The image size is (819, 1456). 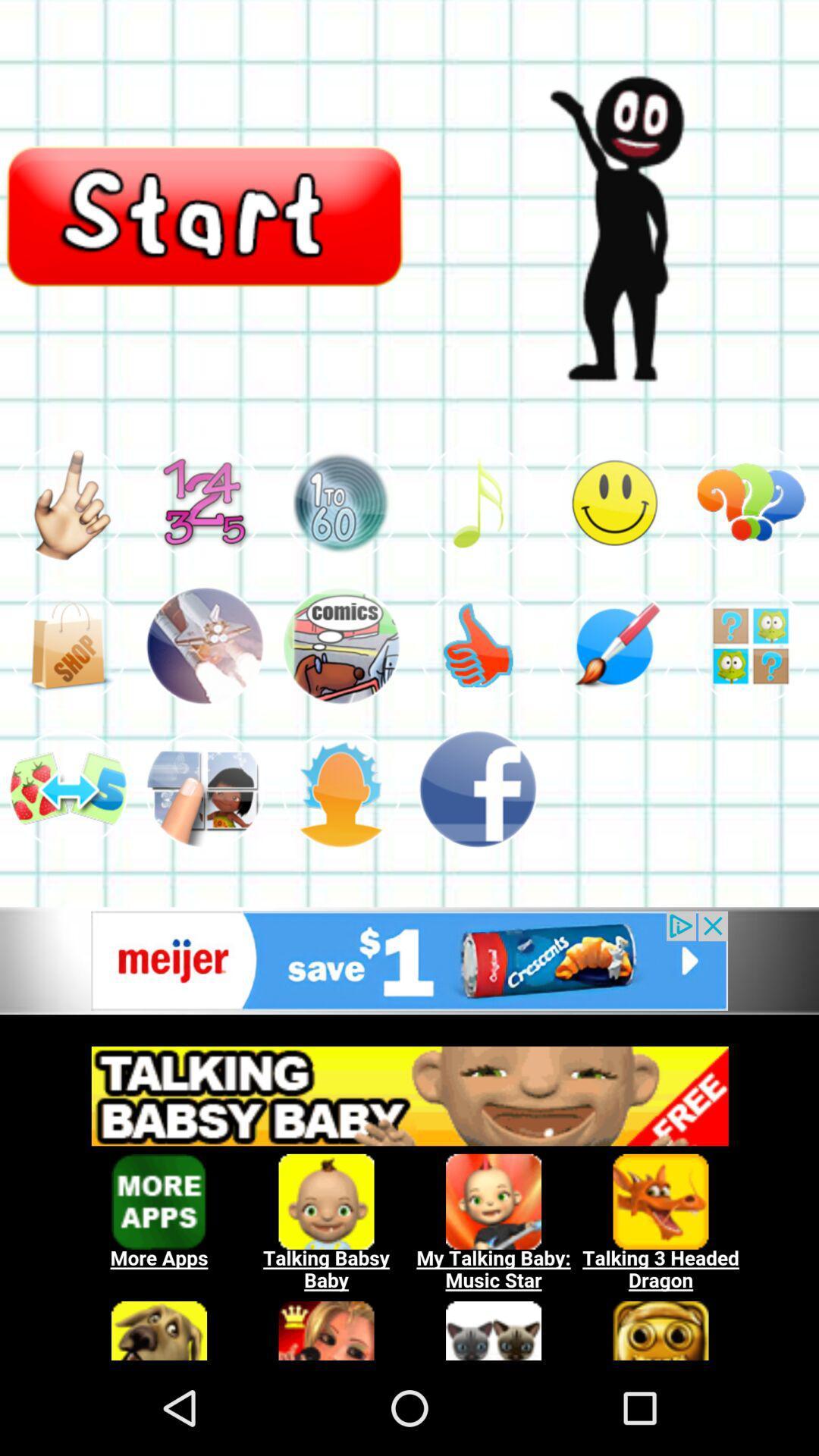 What do you see at coordinates (476, 538) in the screenshot?
I see `the music icon` at bounding box center [476, 538].